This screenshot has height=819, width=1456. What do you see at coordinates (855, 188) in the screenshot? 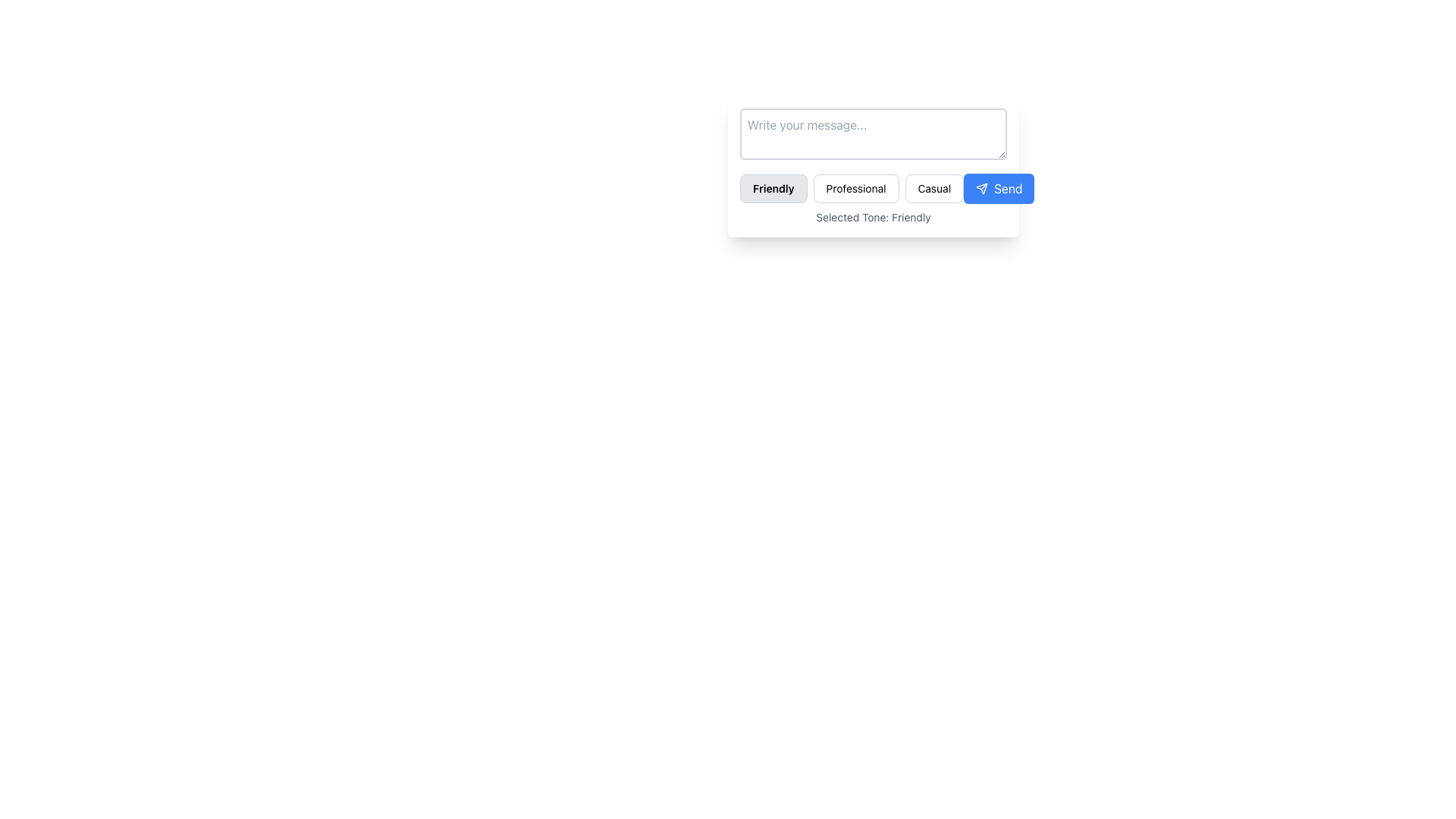
I see `the 'Professional' button, which is centrally located in a row of three buttons` at bounding box center [855, 188].